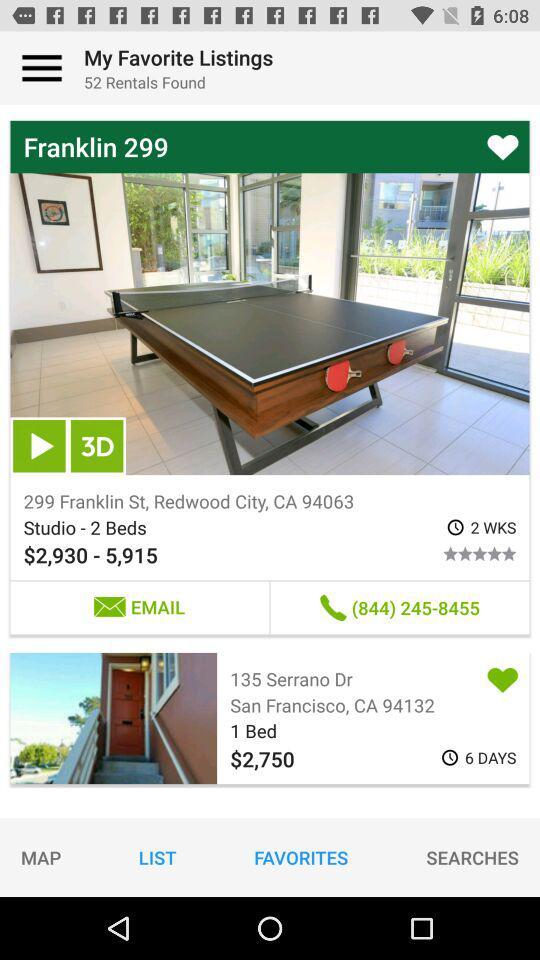 This screenshot has width=540, height=960. I want to click on the item at the top left corner, so click(42, 68).